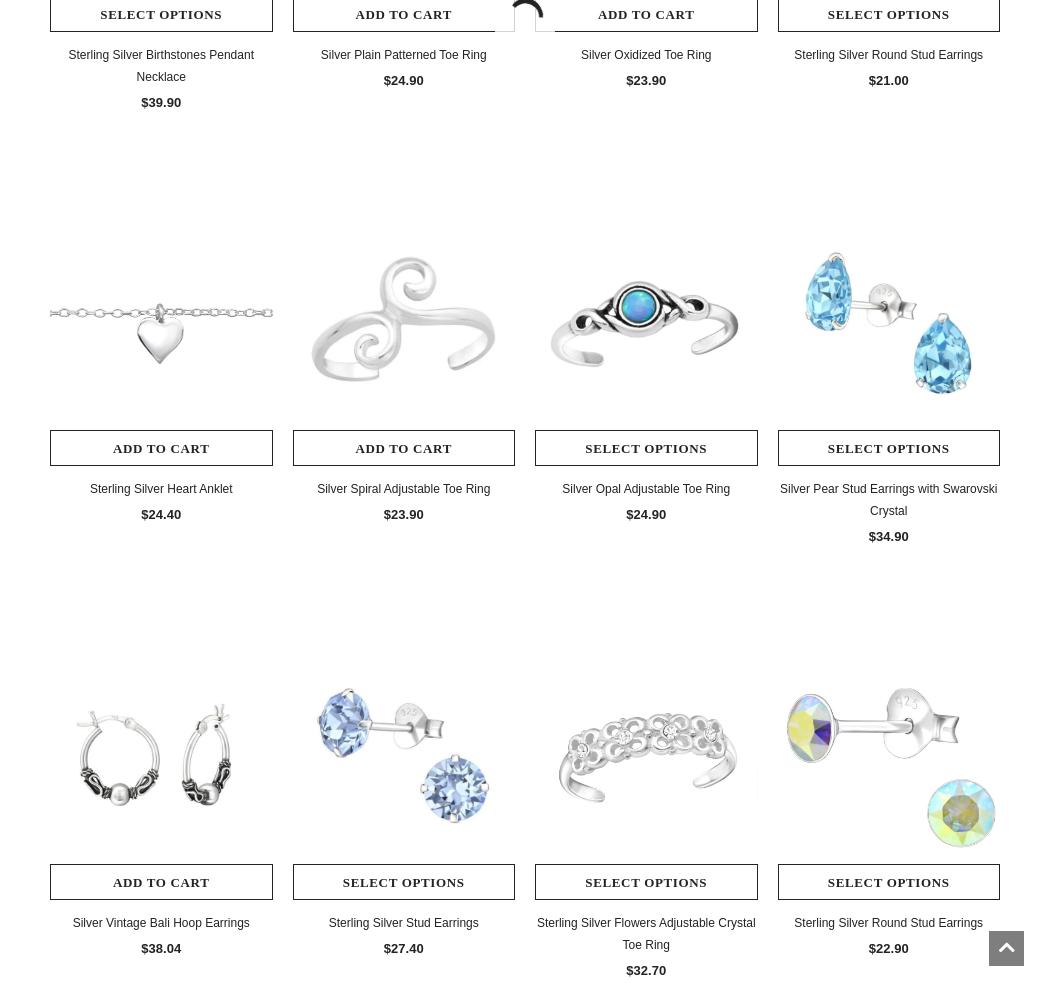 The width and height of the screenshot is (1050, 984). Describe the element at coordinates (644, 970) in the screenshot. I see `'$32.70'` at that location.